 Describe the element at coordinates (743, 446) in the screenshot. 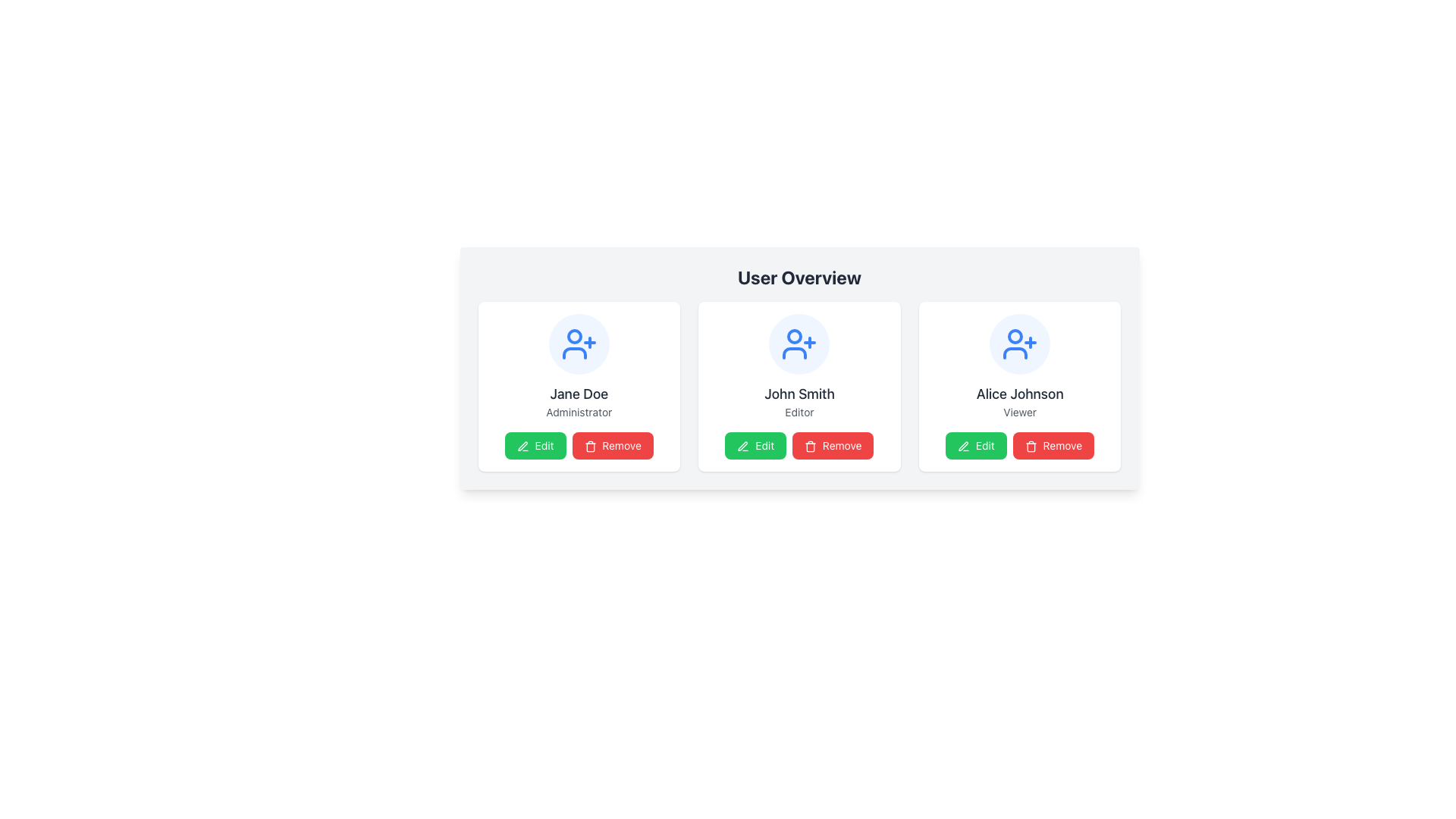

I see `the edit icon within John Smith's user card, which is an SVG image located to the left of the green 'Edit' text` at that location.